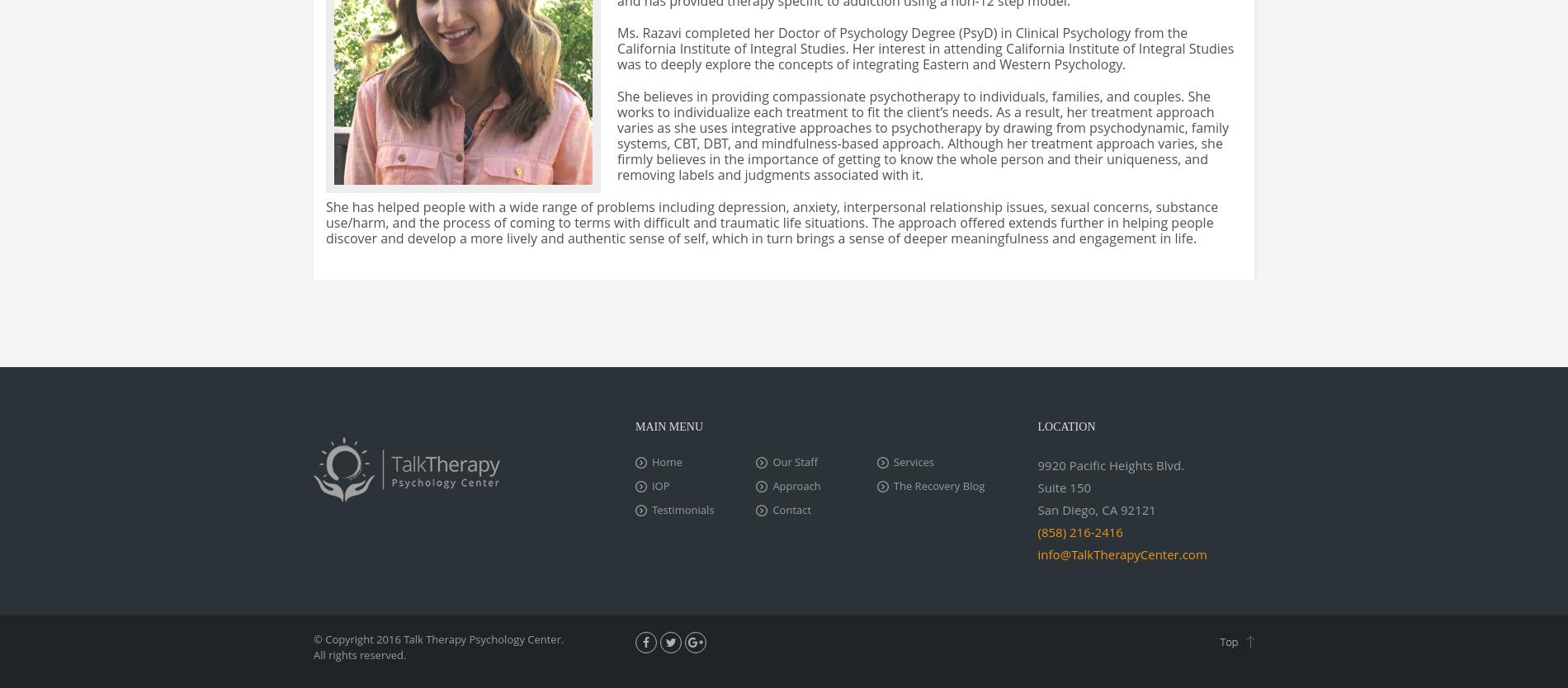 The width and height of the screenshot is (1568, 688). Describe the element at coordinates (1095, 509) in the screenshot. I see `'San Diego, CA 92121'` at that location.